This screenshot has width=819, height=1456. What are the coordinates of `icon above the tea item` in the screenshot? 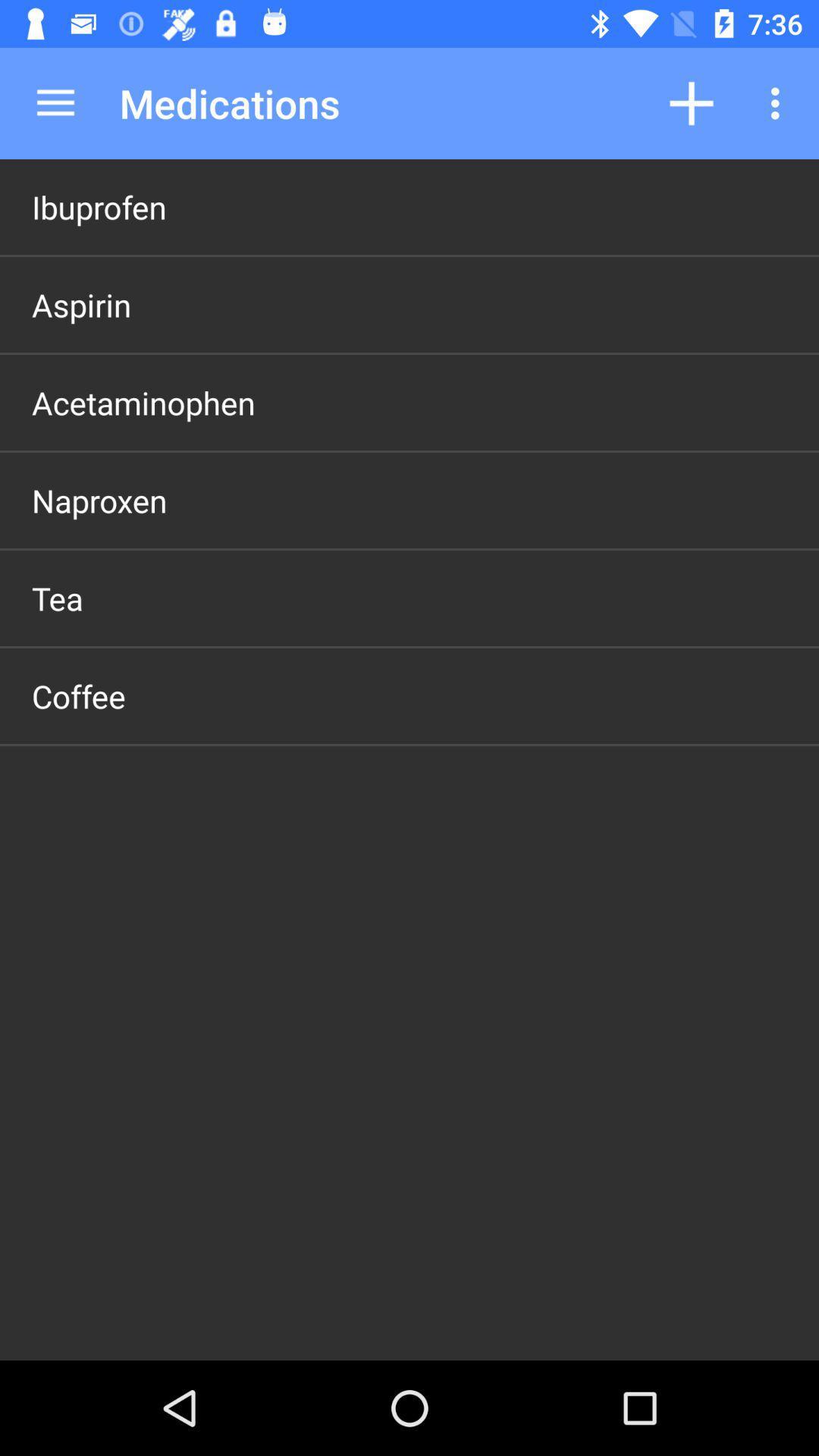 It's located at (99, 500).